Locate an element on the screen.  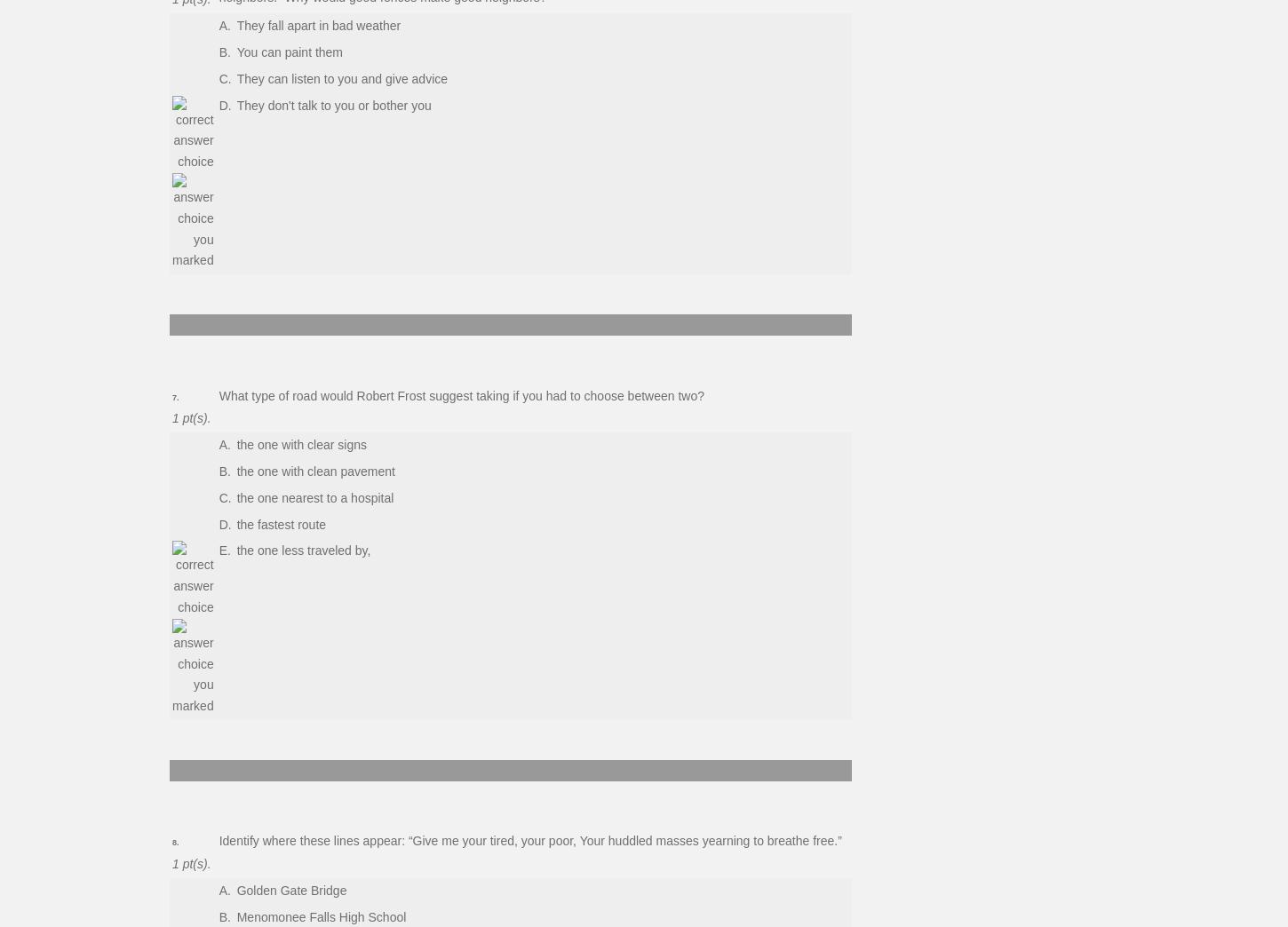
'You can paint them' is located at coordinates (289, 51).